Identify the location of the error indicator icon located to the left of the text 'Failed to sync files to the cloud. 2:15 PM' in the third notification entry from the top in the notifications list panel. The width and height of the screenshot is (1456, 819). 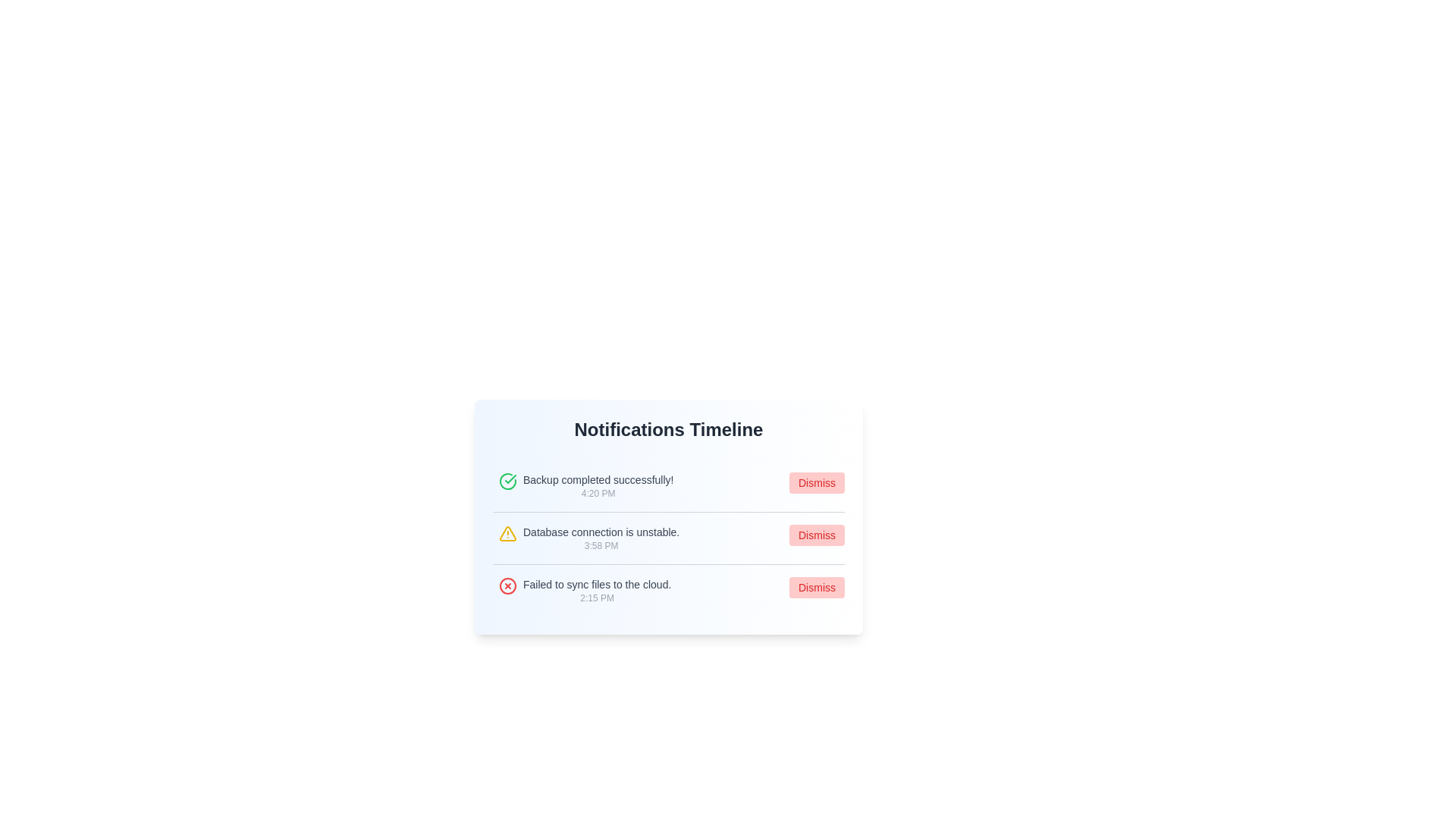
(508, 585).